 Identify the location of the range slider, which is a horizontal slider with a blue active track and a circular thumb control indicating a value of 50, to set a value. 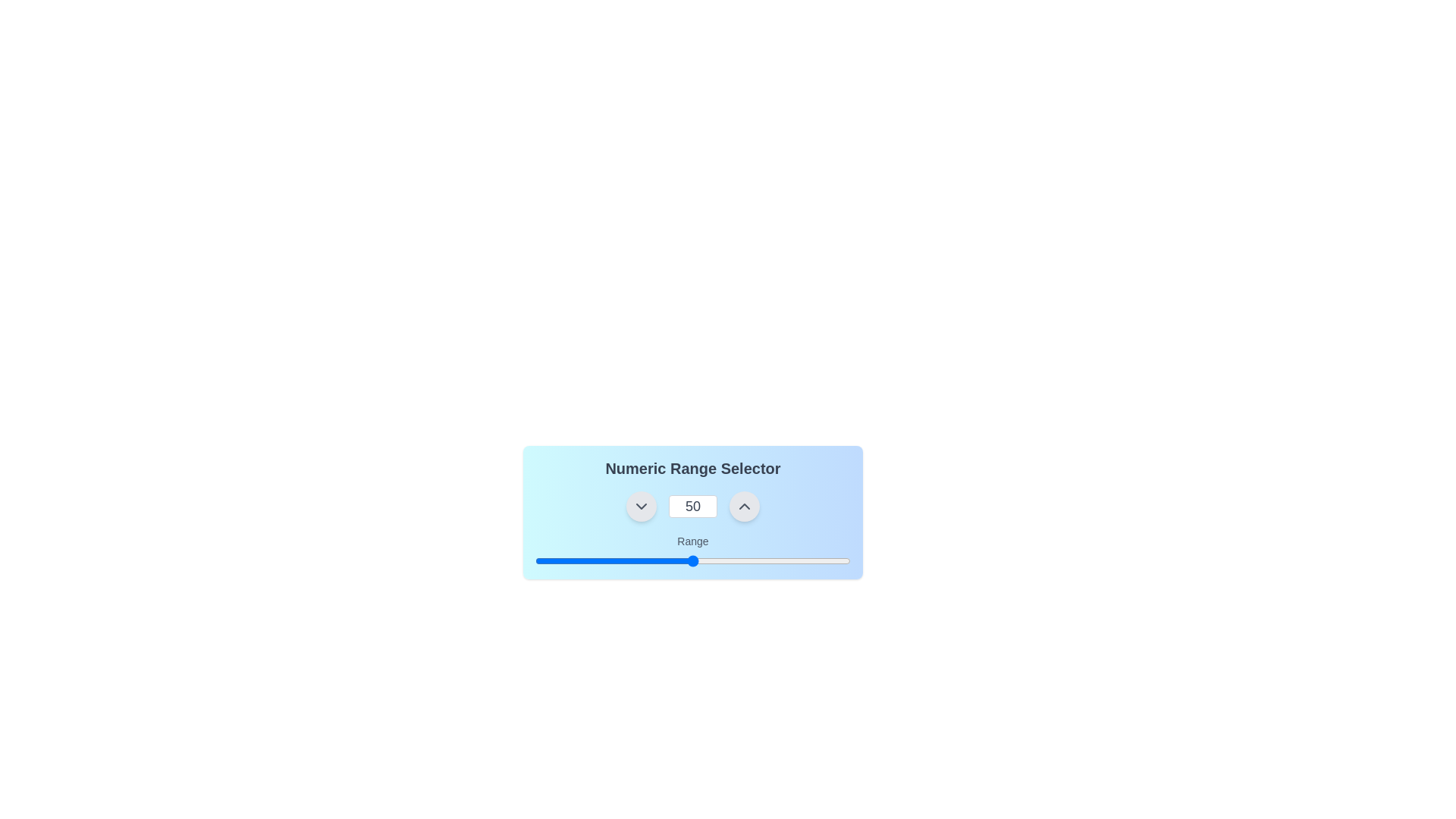
(692, 561).